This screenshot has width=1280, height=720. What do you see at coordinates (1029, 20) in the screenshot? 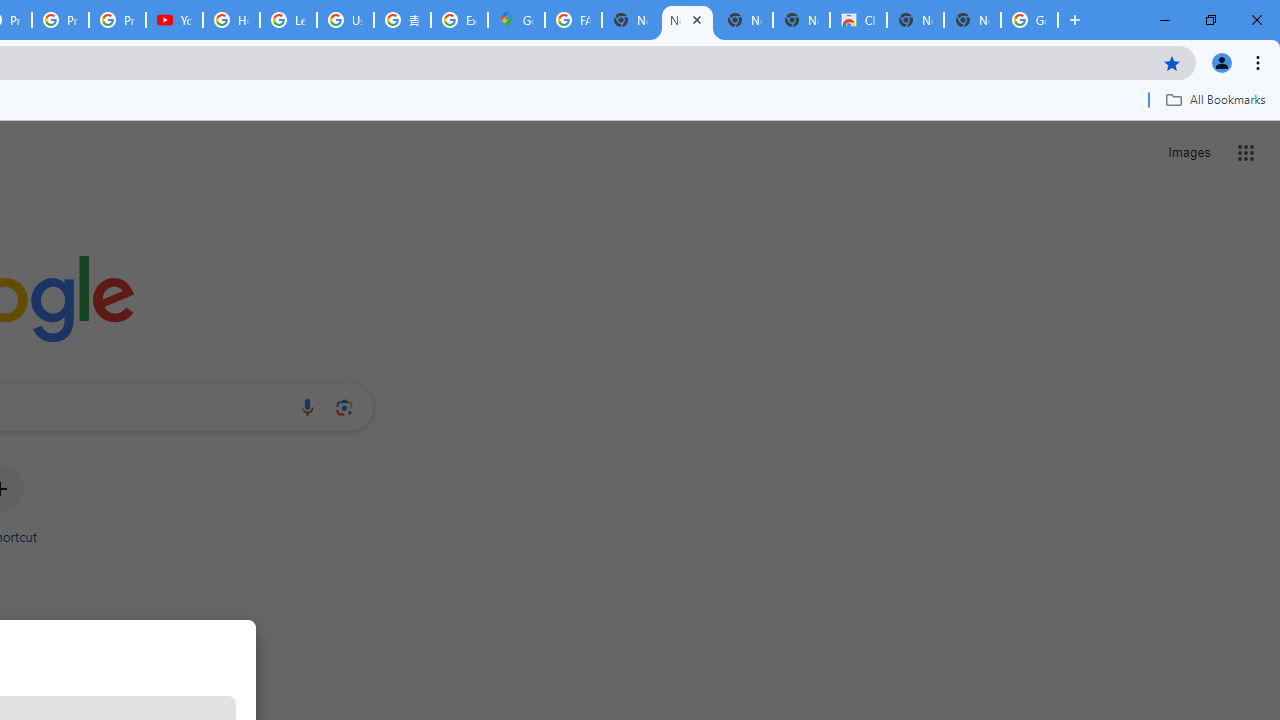
I see `'Google Images'` at bounding box center [1029, 20].